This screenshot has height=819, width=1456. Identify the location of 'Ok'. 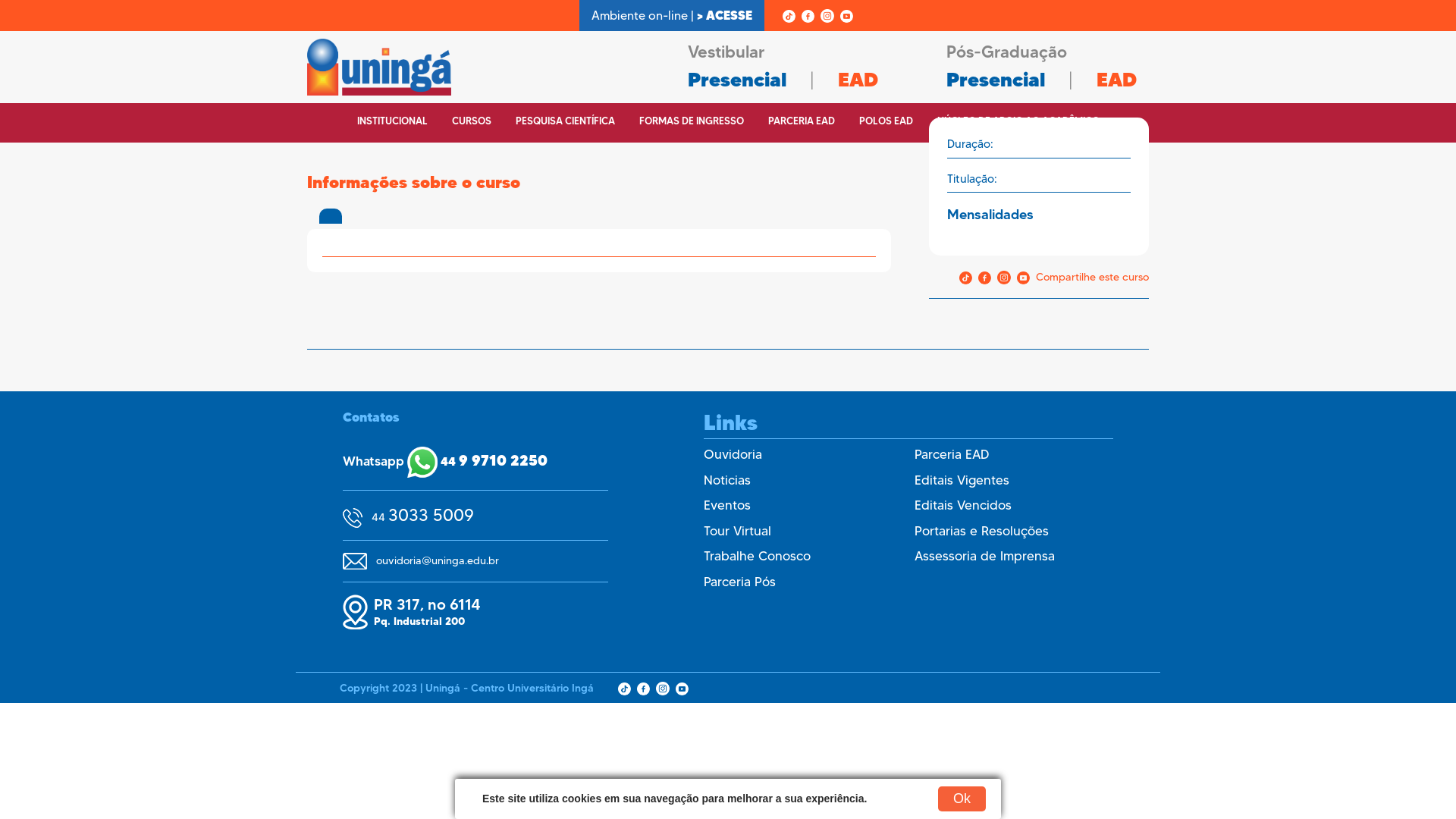
(937, 798).